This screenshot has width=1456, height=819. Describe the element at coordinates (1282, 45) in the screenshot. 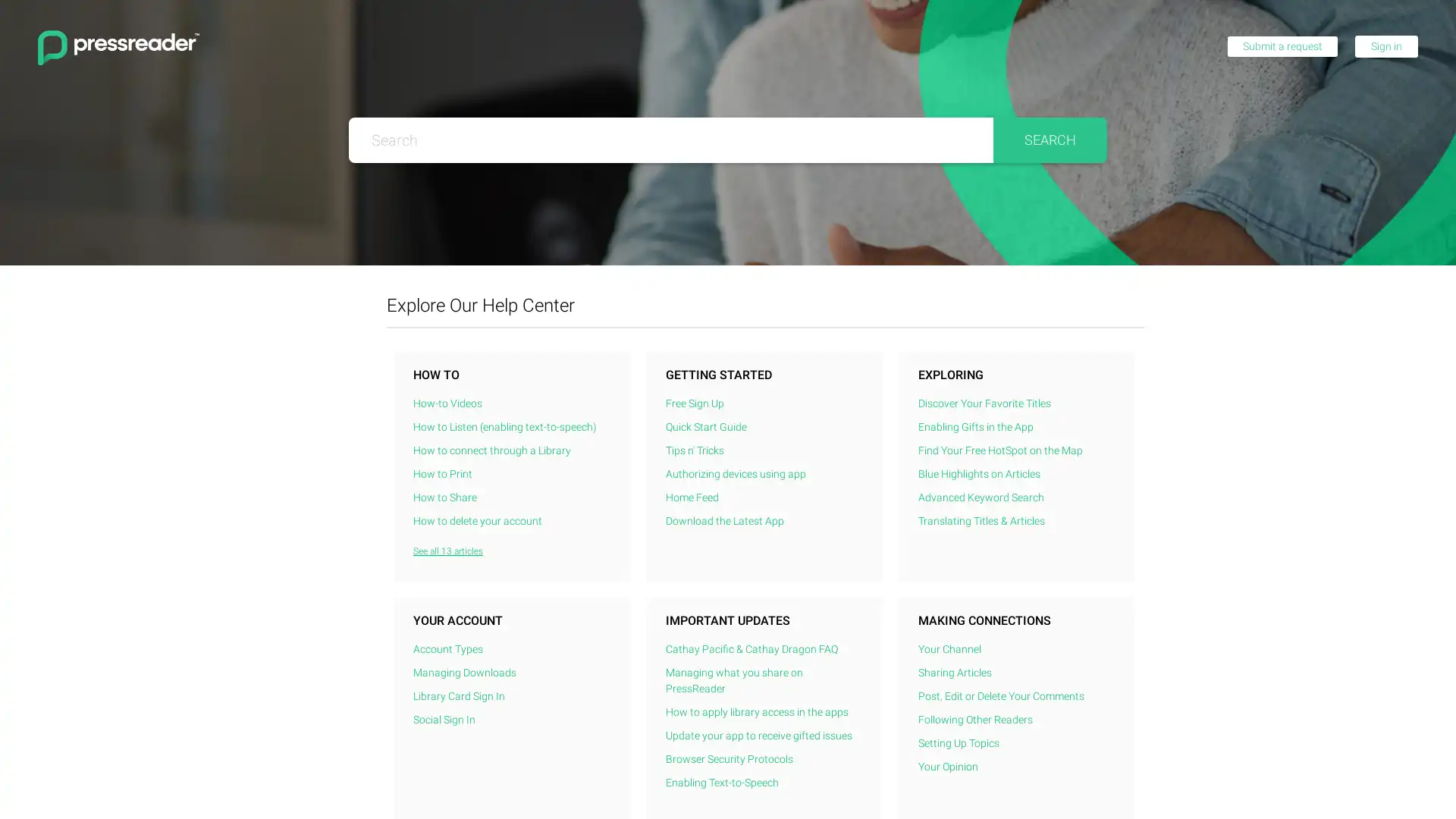

I see `Submit a request` at that location.